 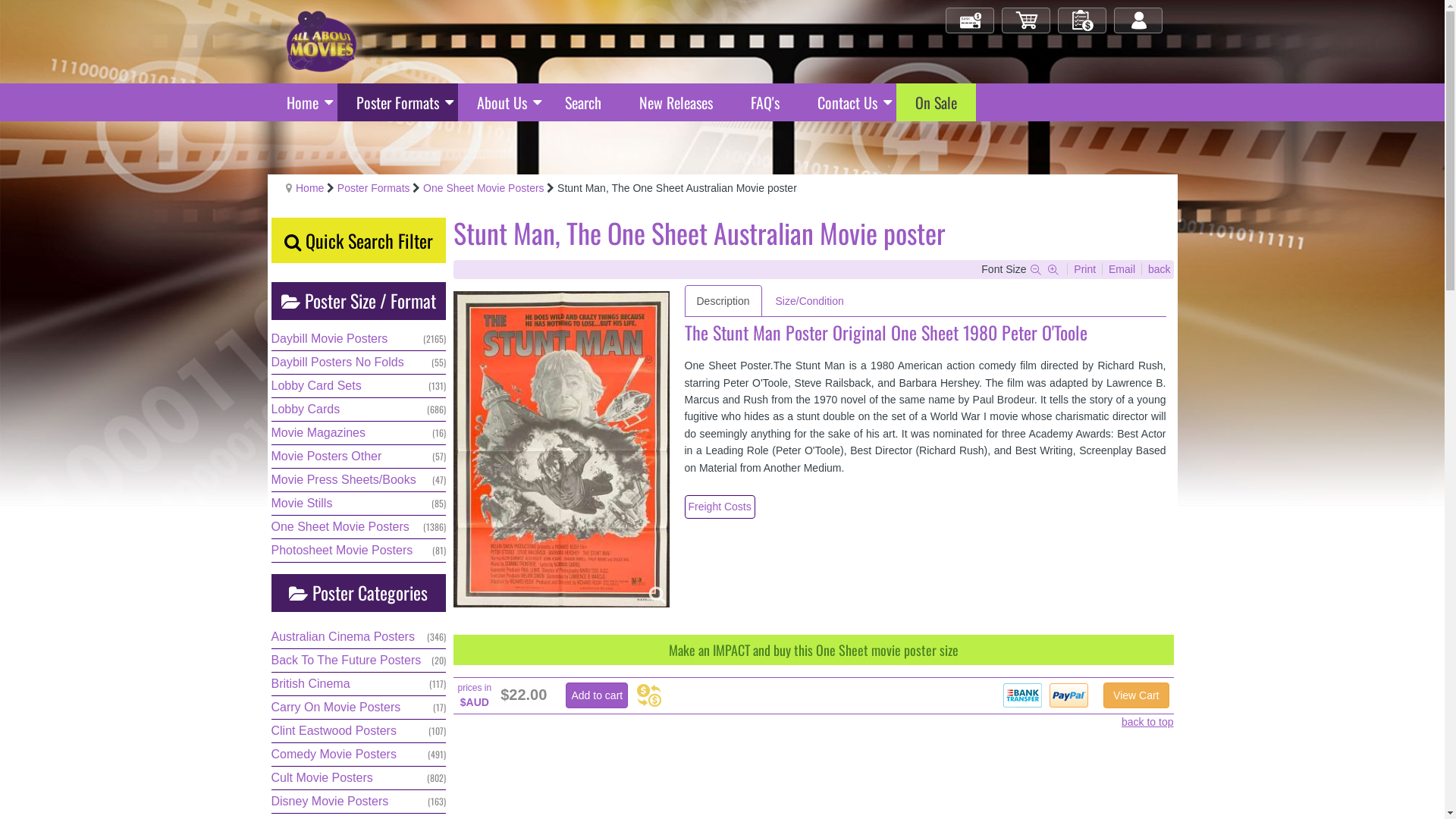 What do you see at coordinates (718, 507) in the screenshot?
I see `'Freight Costs'` at bounding box center [718, 507].